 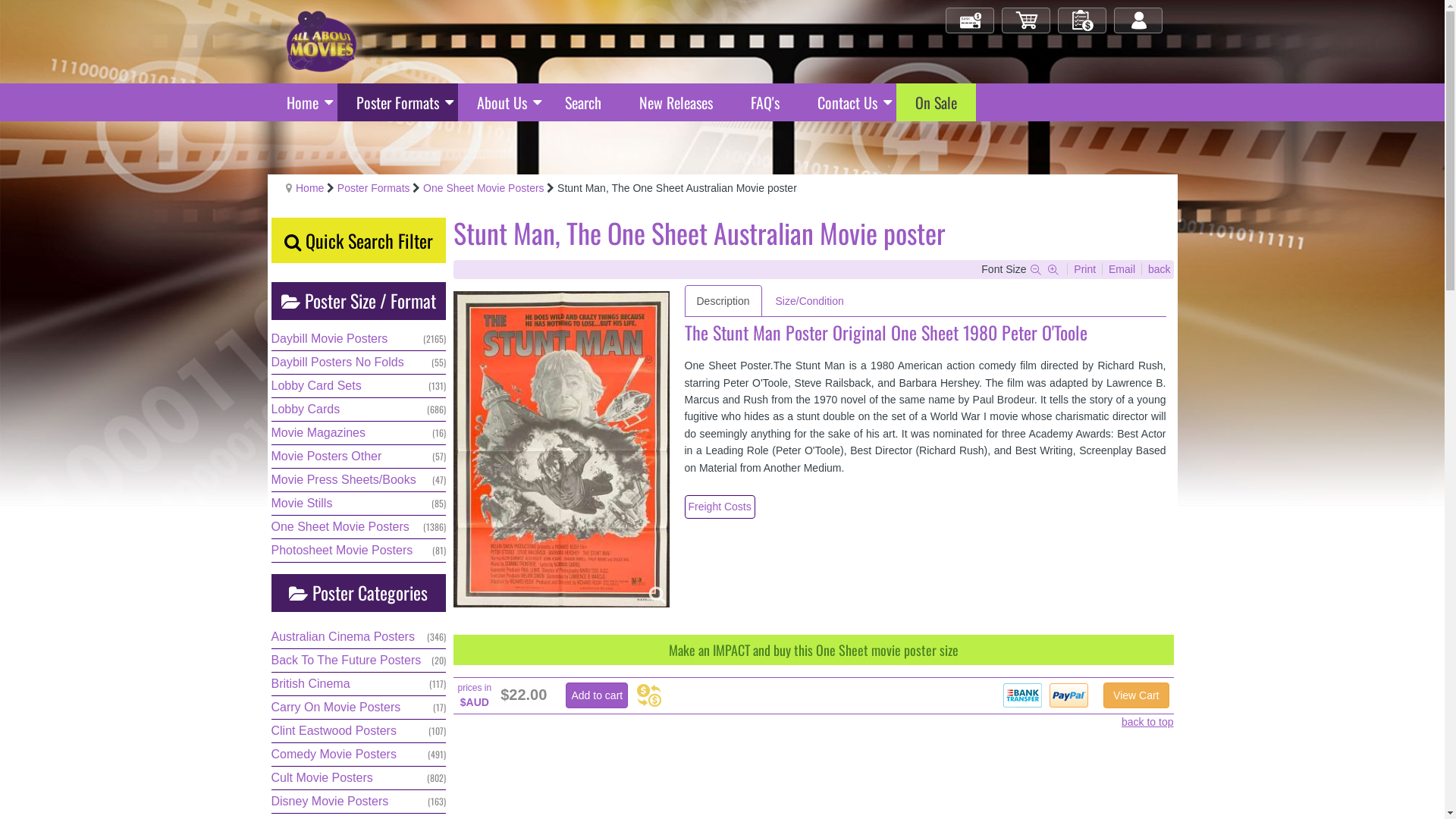 What do you see at coordinates (718, 507) in the screenshot?
I see `'Freight Costs'` at bounding box center [718, 507].